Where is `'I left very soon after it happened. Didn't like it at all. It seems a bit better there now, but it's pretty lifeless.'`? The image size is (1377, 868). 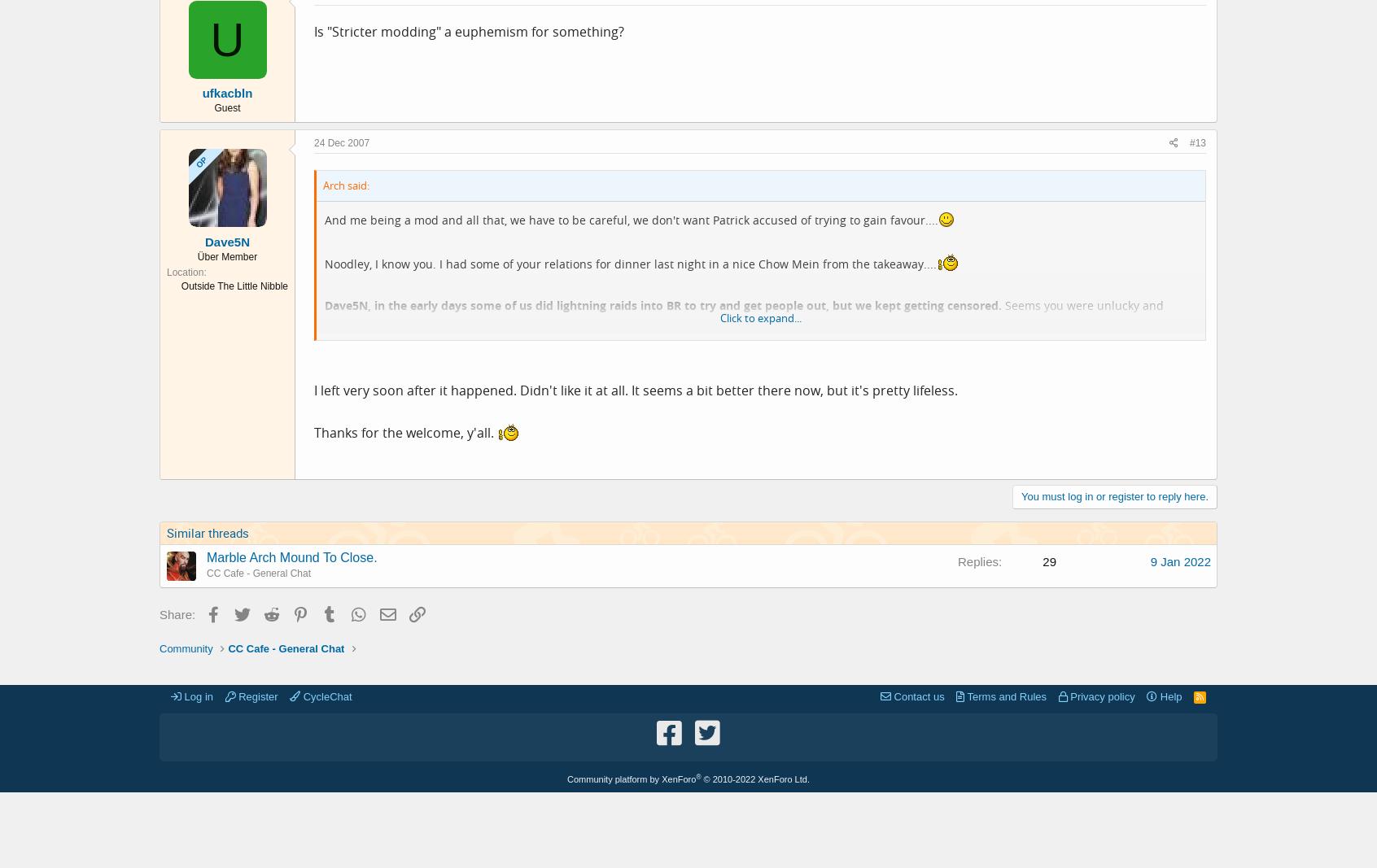 'I left very soon after it happened. Didn't like it at all. It seems a bit better there now, but it's pretty lifeless.' is located at coordinates (636, 390).